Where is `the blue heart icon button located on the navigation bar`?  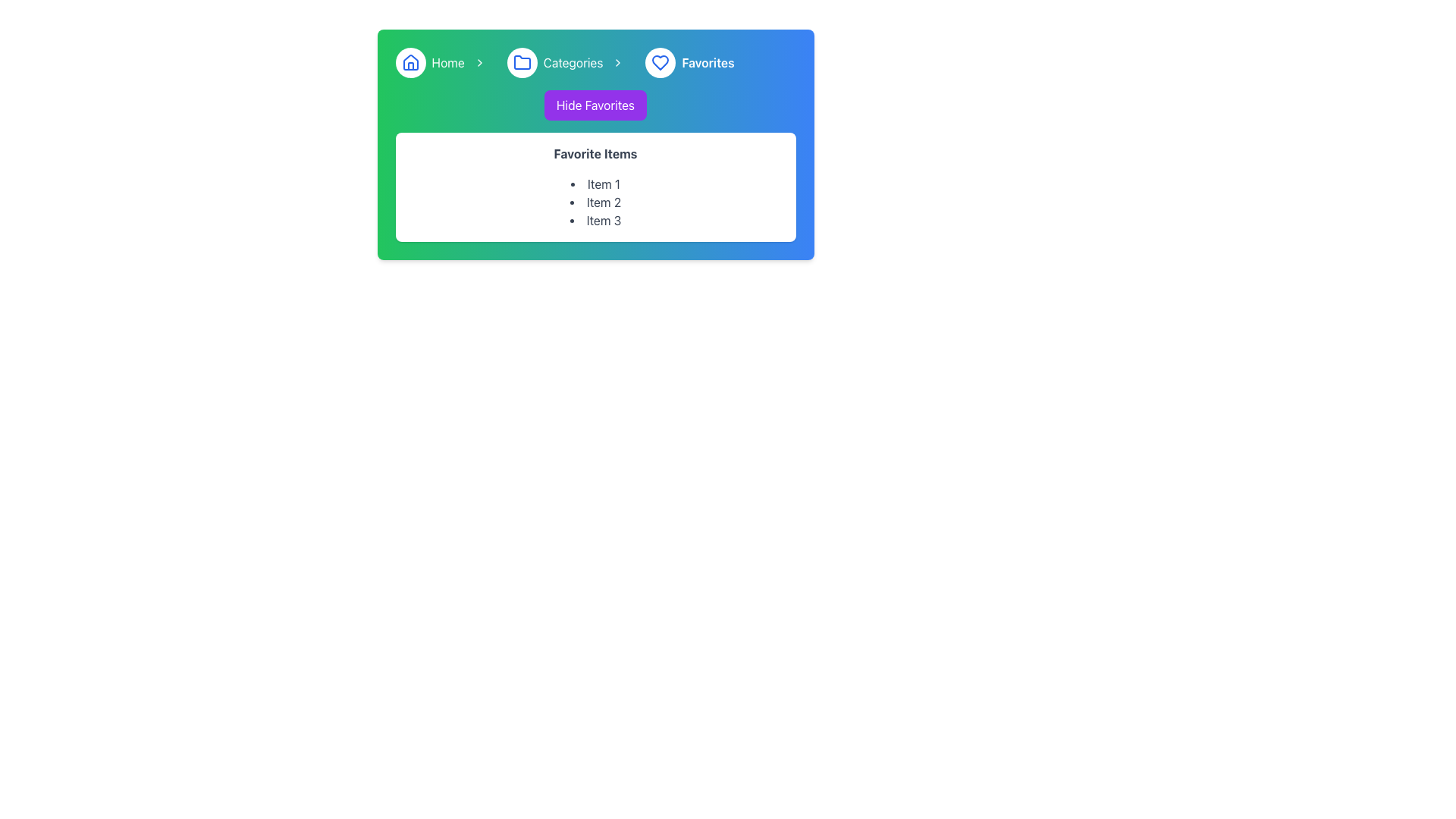 the blue heart icon button located on the navigation bar is located at coordinates (661, 62).